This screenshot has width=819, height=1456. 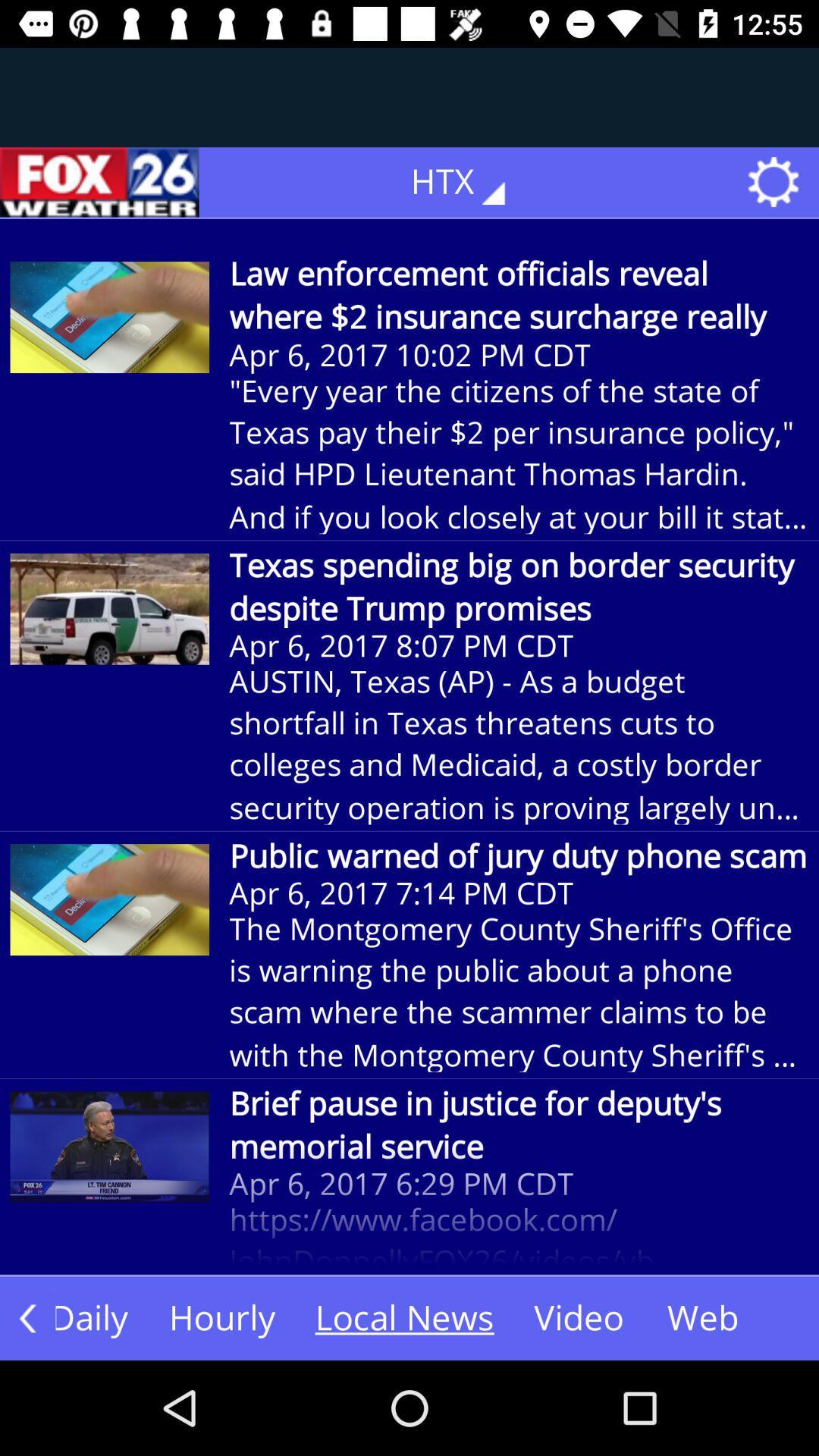 I want to click on the settings icon whichis on the top right corner of the page, so click(x=778, y=182).